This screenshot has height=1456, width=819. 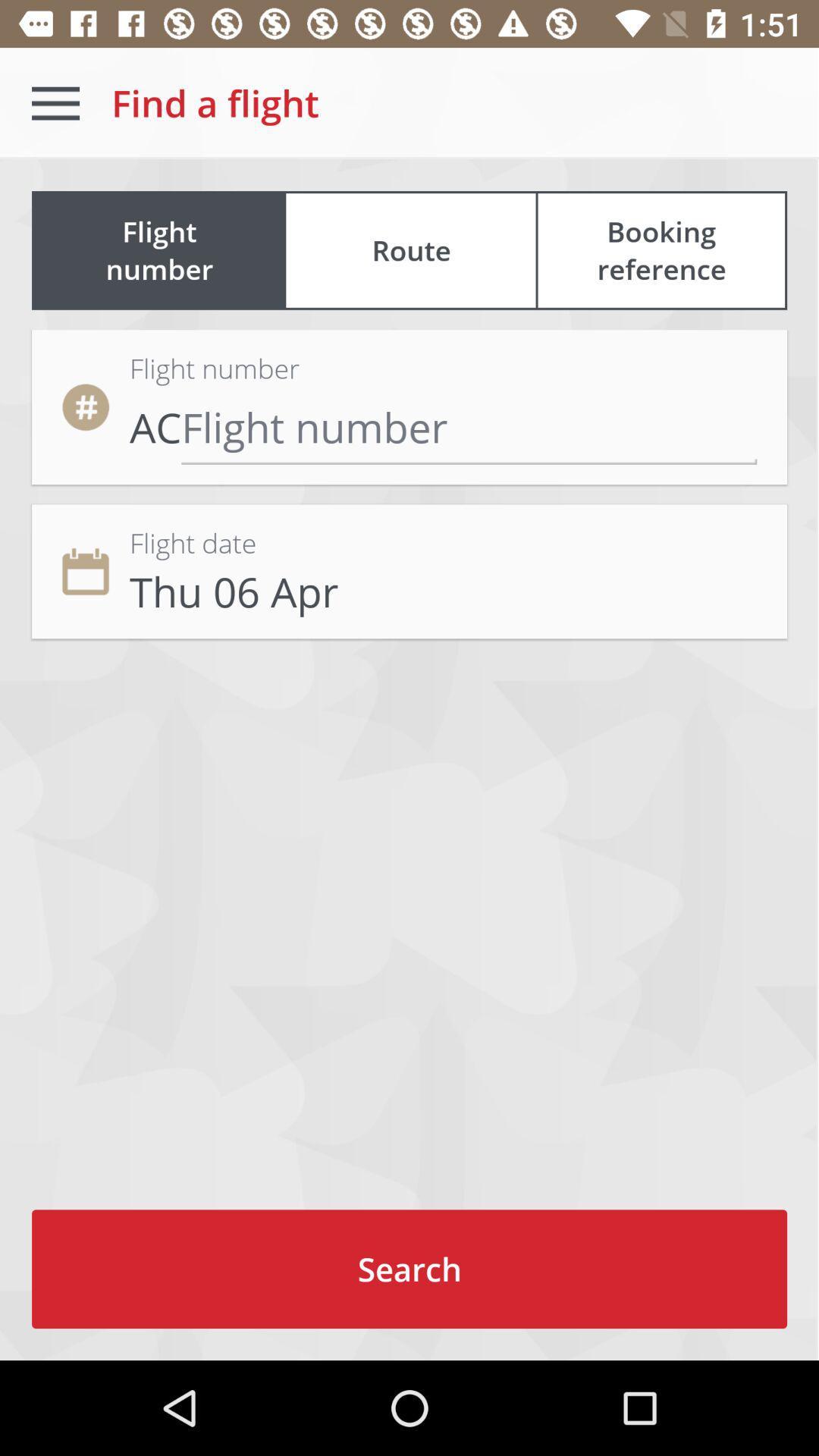 What do you see at coordinates (661, 250) in the screenshot?
I see `the item to the right of flight` at bounding box center [661, 250].